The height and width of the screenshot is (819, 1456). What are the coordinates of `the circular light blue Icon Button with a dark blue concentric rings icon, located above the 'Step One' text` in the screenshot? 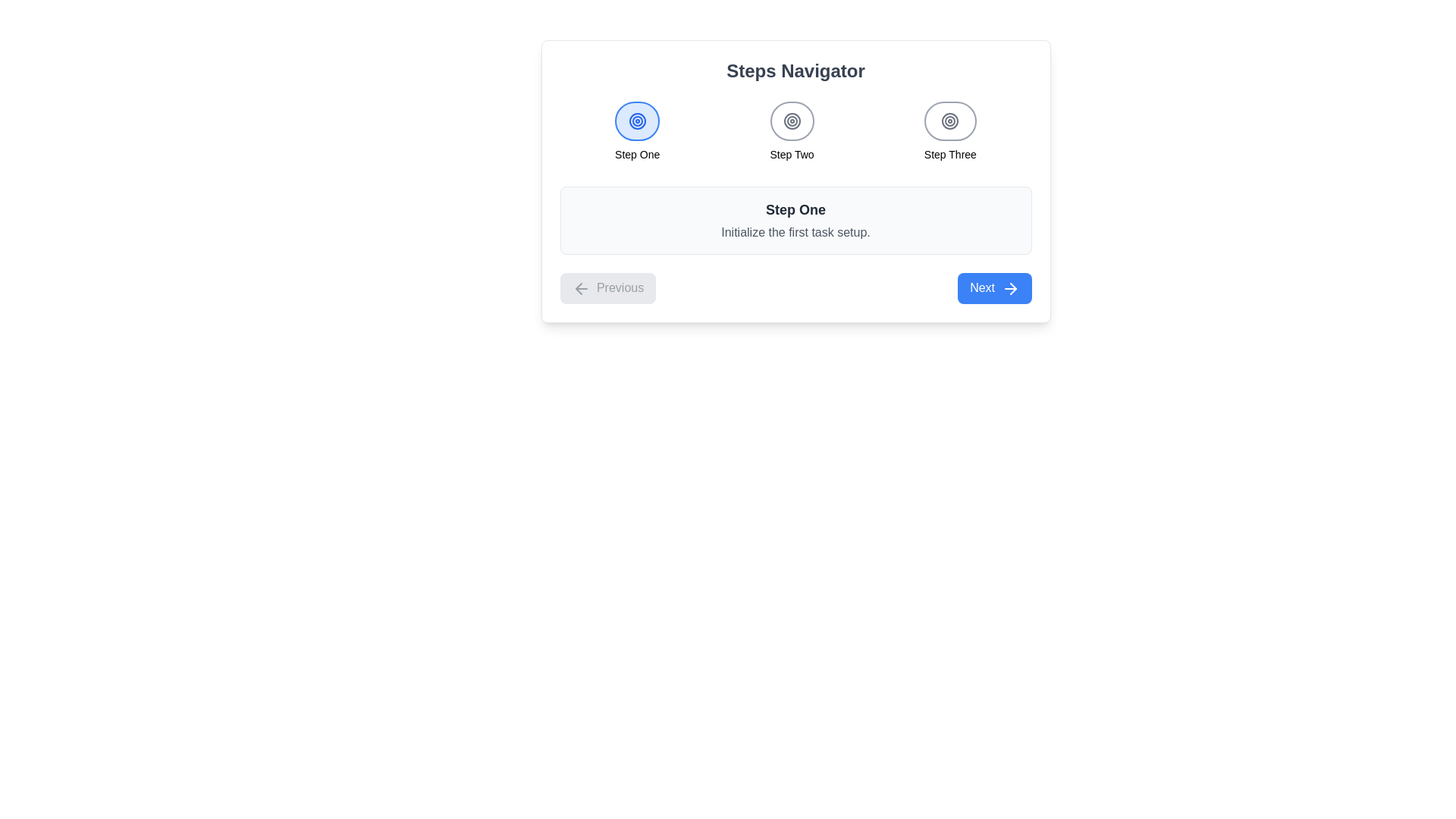 It's located at (637, 120).